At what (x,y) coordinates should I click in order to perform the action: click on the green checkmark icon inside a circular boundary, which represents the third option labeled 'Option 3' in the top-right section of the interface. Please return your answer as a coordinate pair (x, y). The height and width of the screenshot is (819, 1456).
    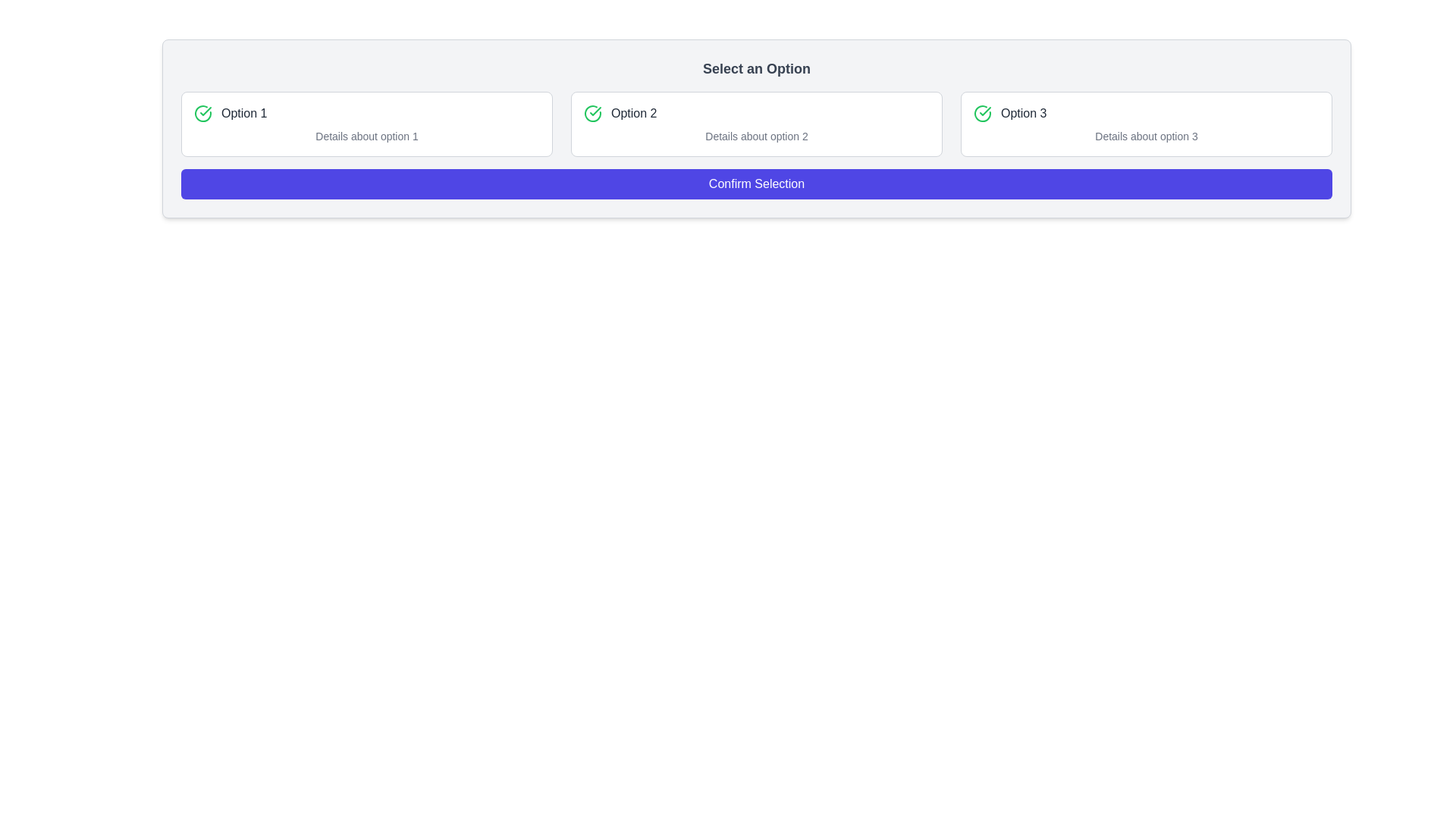
    Looking at the image, I should click on (985, 110).